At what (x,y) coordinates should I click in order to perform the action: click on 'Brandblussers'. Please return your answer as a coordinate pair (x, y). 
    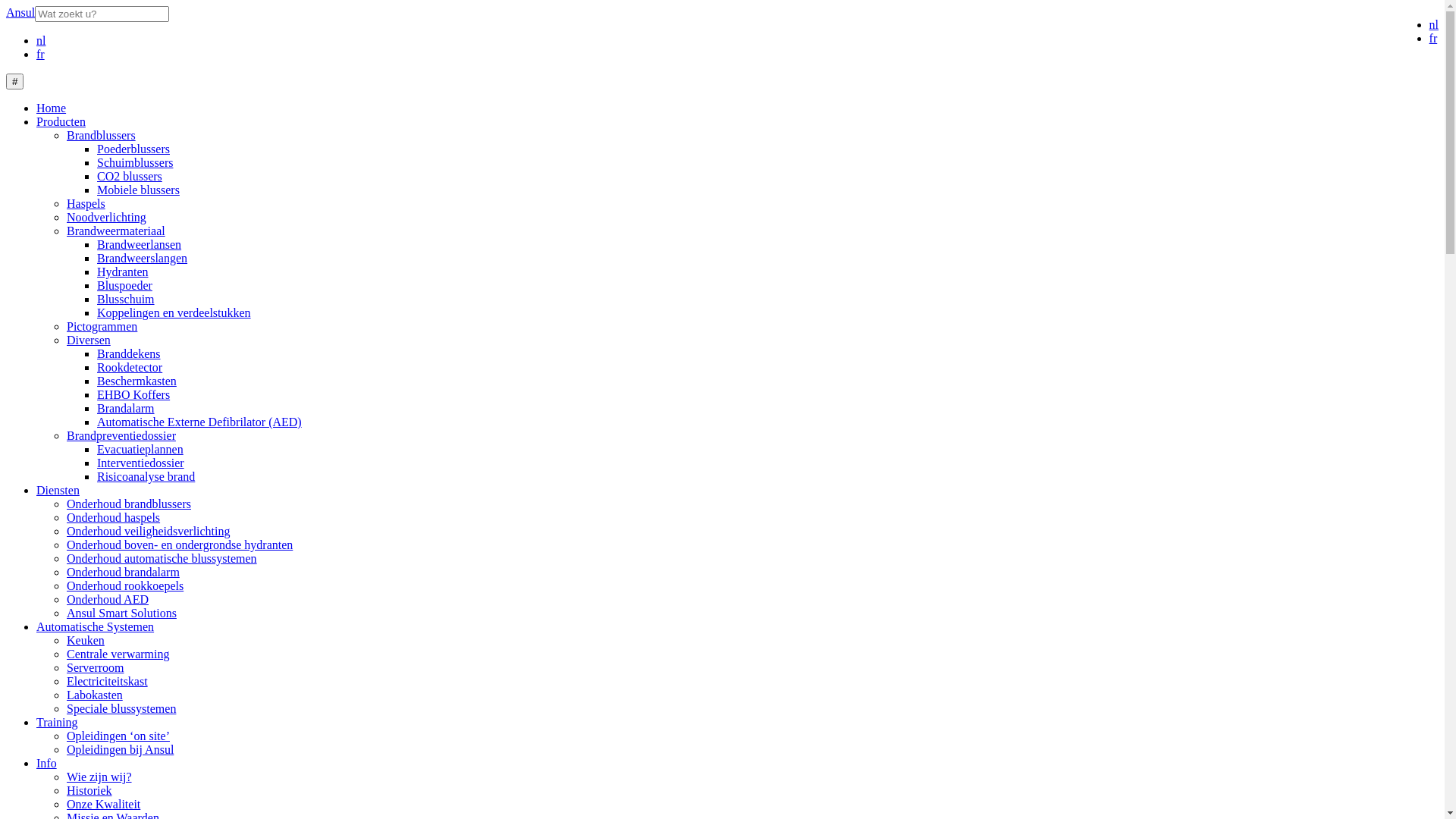
    Looking at the image, I should click on (100, 134).